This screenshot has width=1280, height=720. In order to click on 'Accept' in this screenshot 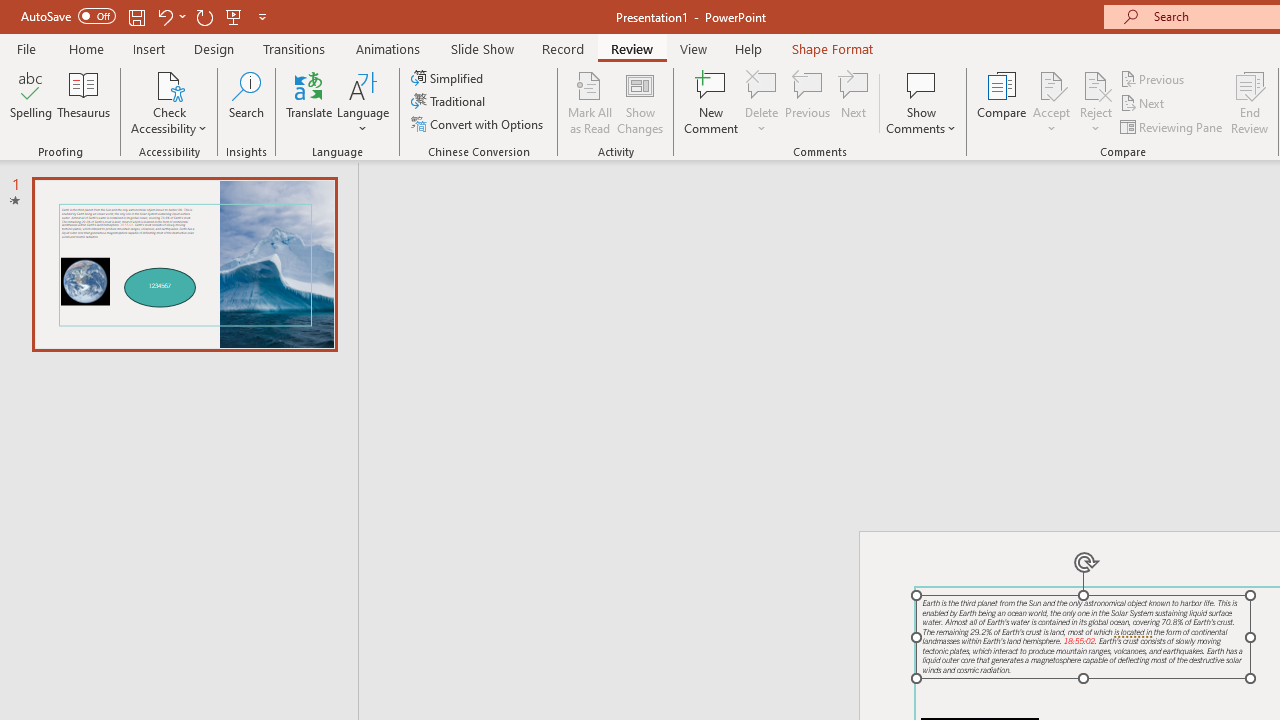, I will do `click(1050, 103)`.